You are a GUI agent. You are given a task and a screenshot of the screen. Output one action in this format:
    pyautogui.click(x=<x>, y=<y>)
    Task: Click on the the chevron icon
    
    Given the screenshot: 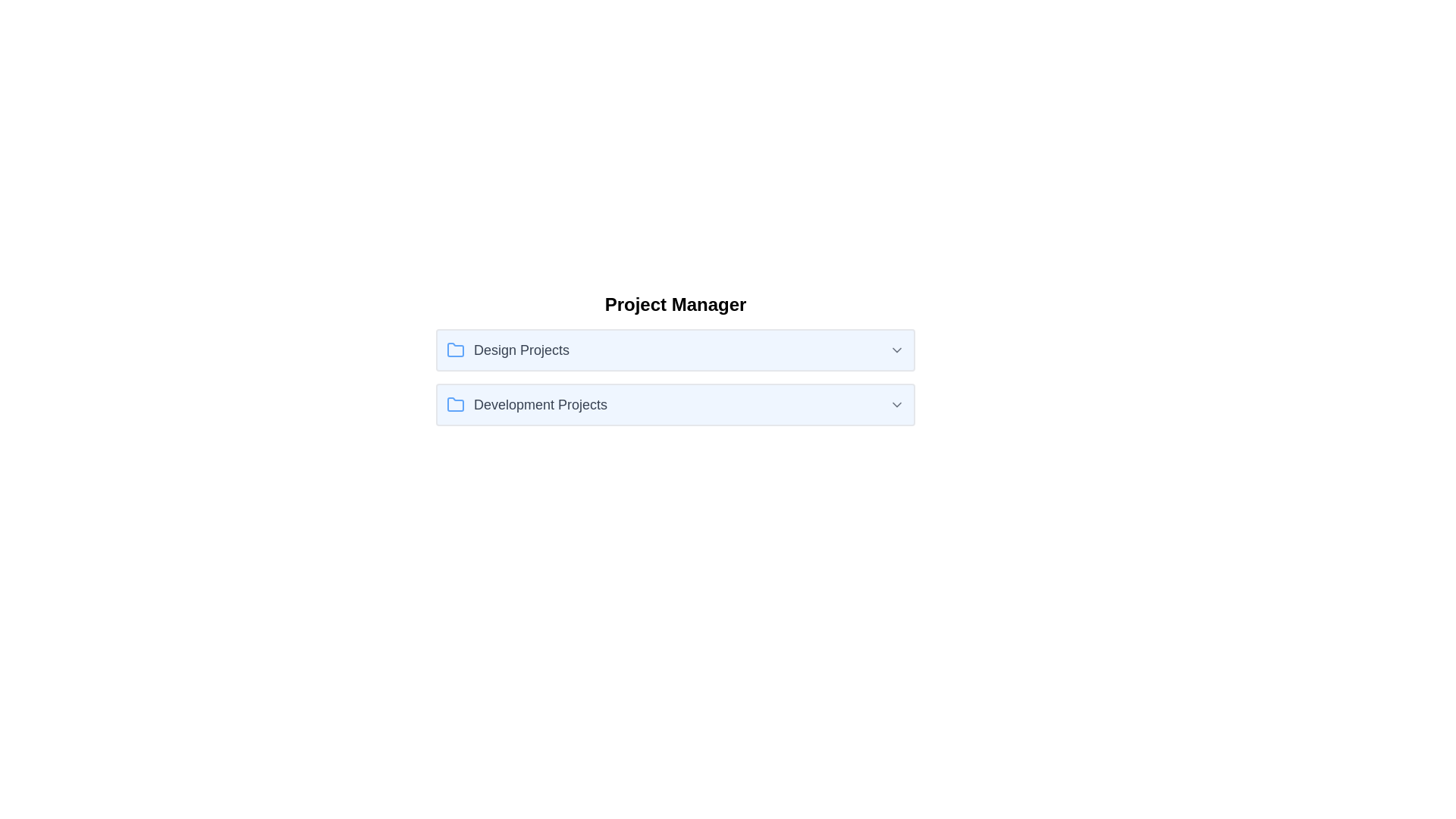 What is the action you would take?
    pyautogui.click(x=896, y=403)
    